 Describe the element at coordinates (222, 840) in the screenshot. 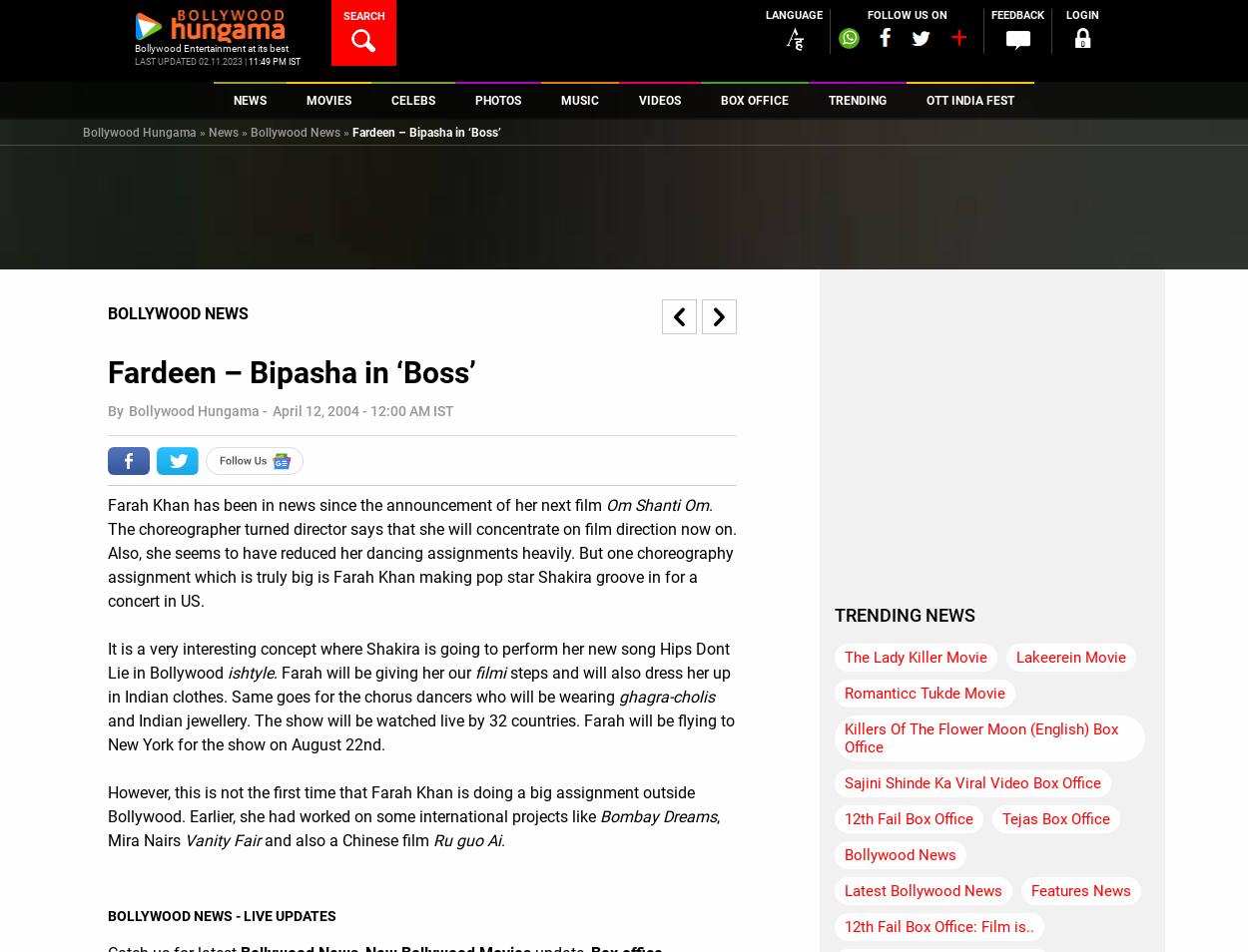

I see `'Vanity Fair'` at that location.